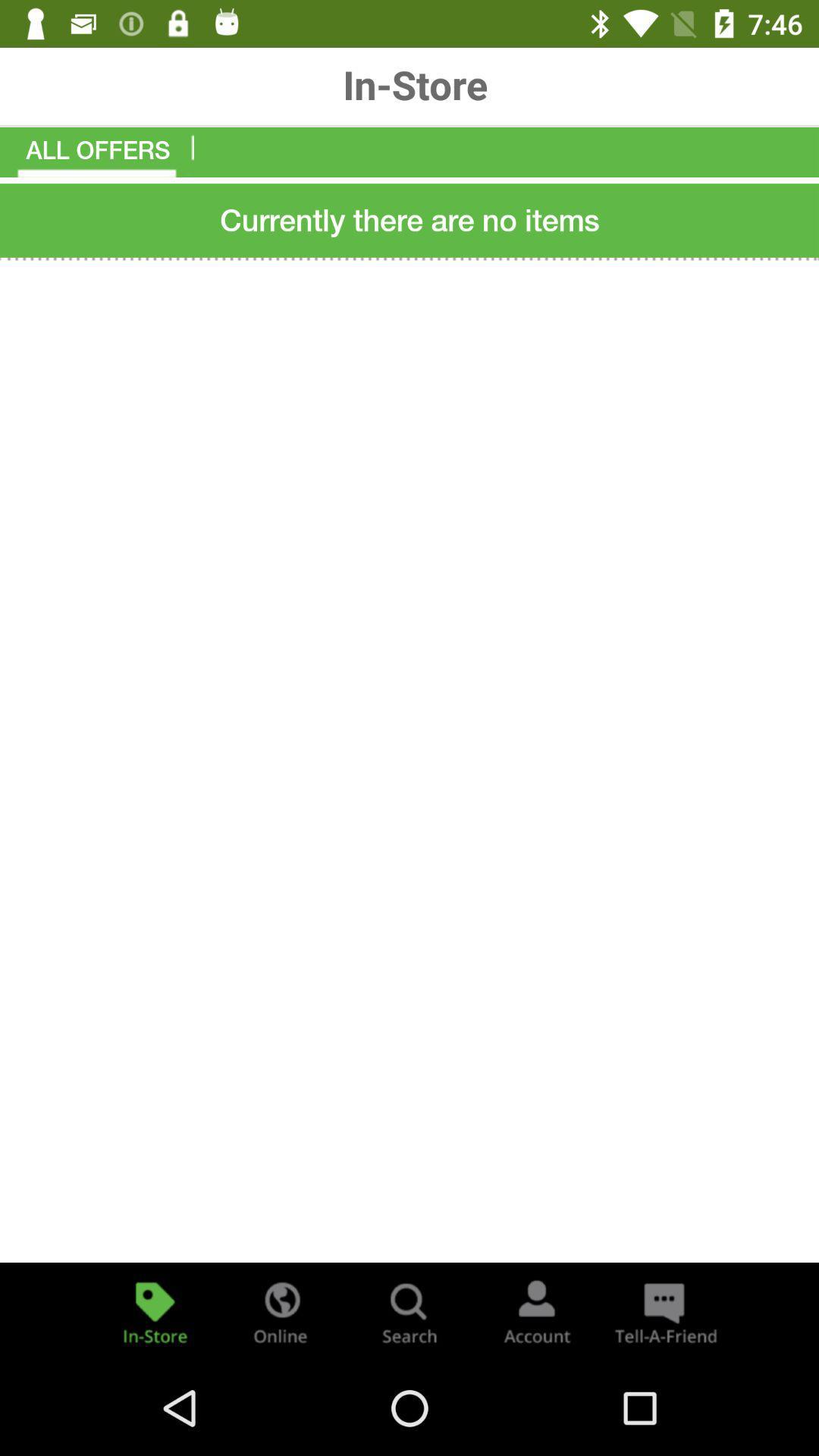 The width and height of the screenshot is (819, 1456). Describe the element at coordinates (536, 1310) in the screenshot. I see `account tab` at that location.